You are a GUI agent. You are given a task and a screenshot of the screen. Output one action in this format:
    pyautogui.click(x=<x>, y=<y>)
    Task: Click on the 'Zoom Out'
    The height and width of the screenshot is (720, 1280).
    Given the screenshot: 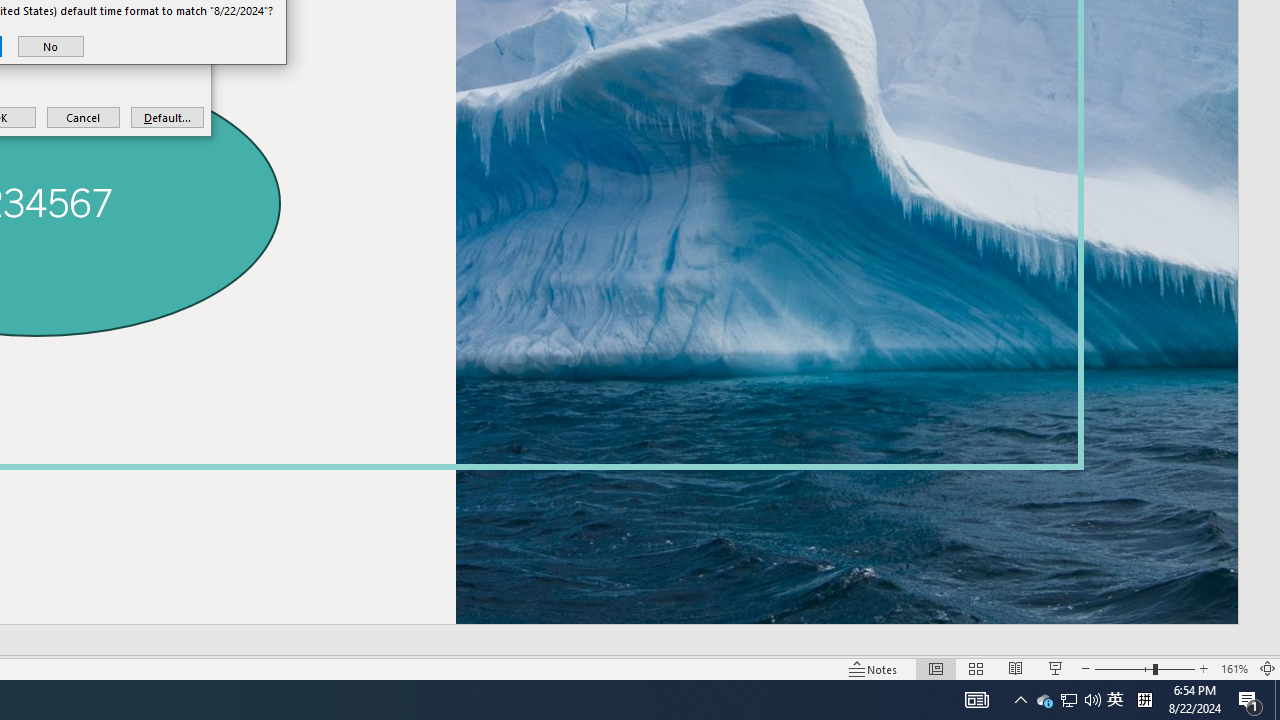 What is the action you would take?
    pyautogui.click(x=1123, y=669)
    